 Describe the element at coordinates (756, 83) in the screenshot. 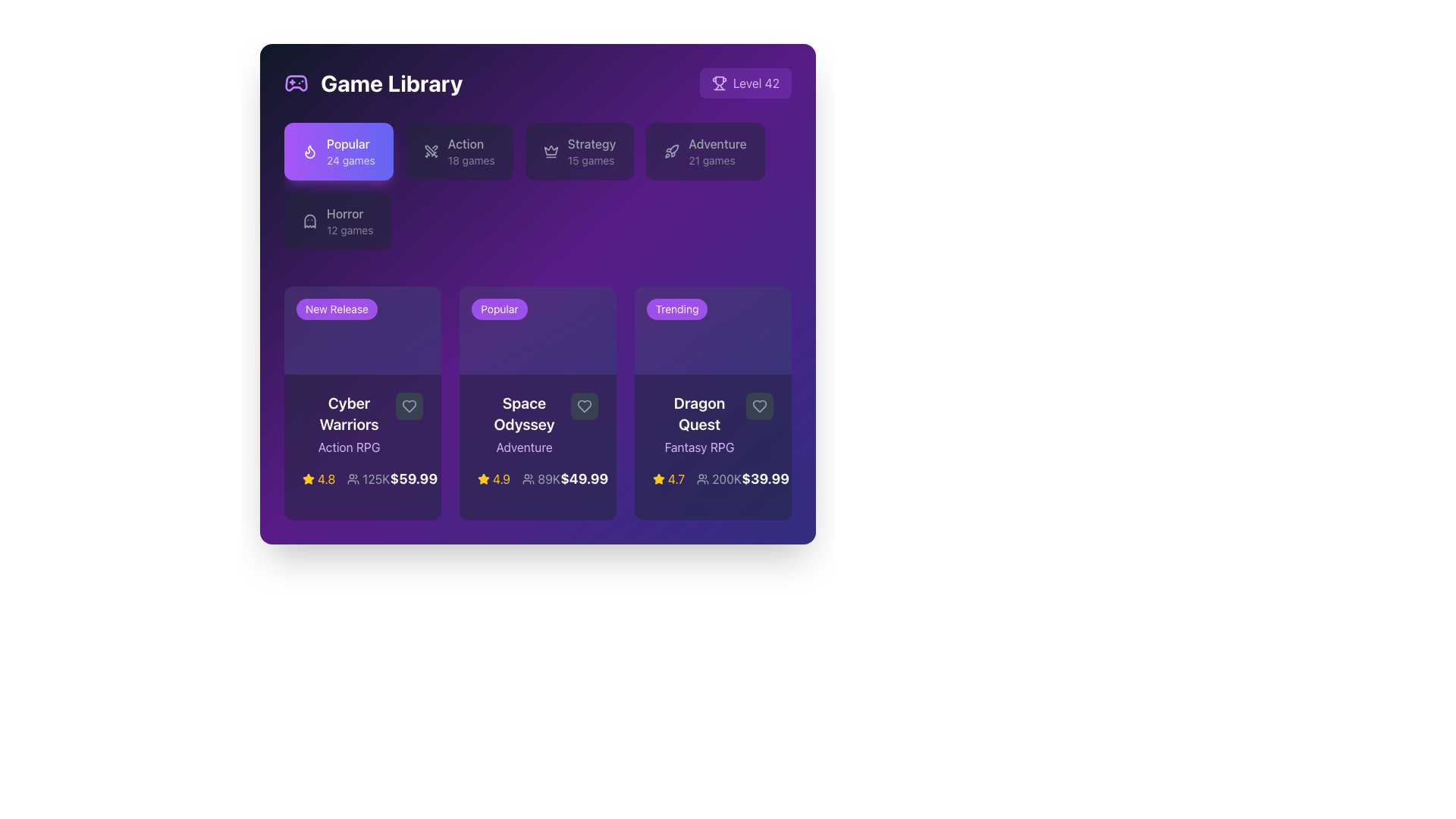

I see `the static text element that displays the level indicator, located in the top-right corner of the main layout, next to the trophy icon` at that location.